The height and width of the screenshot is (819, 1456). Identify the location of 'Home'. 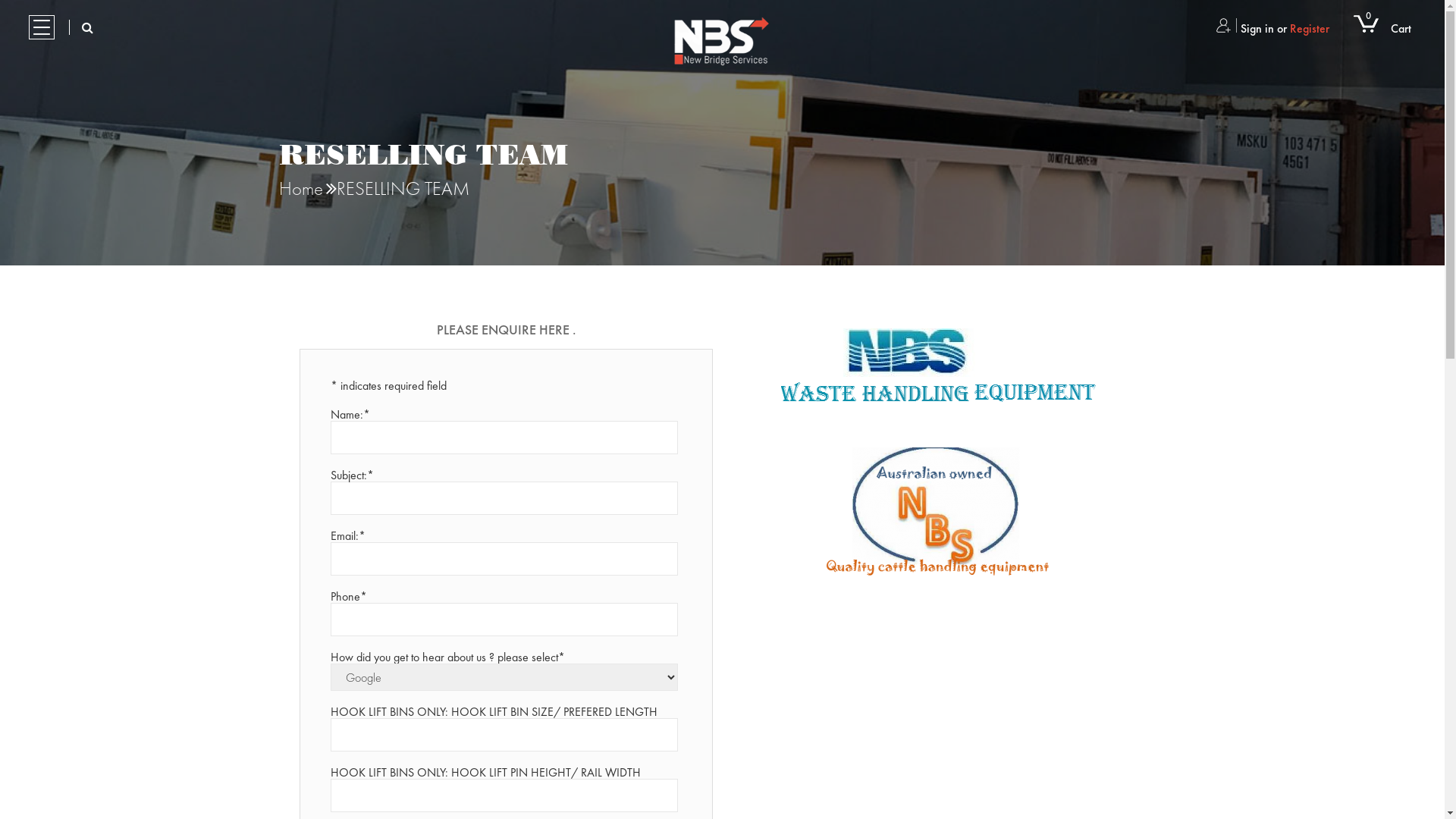
(279, 187).